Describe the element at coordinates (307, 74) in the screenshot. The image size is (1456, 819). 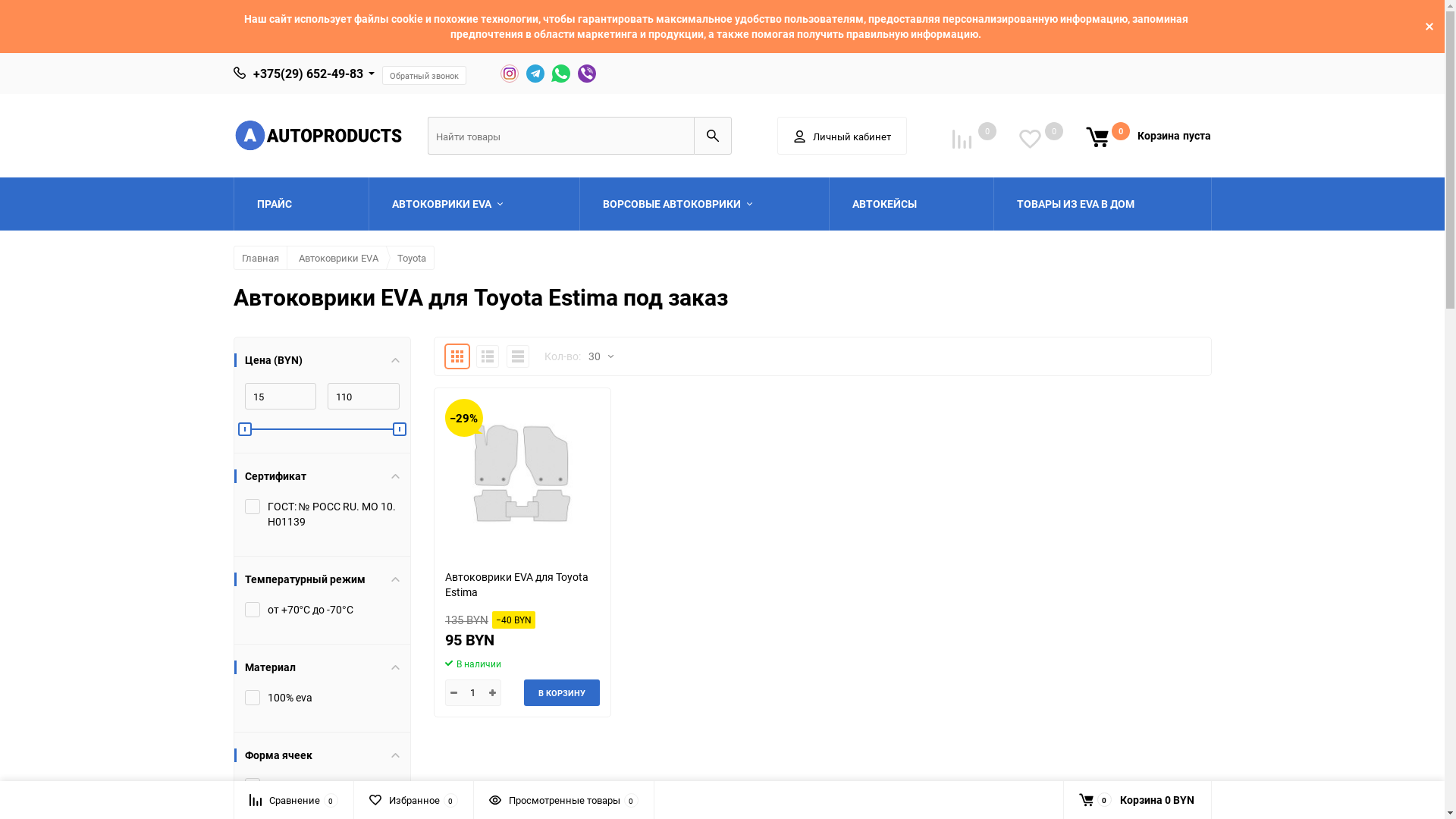
I see `'+375(29) 652-49-83'` at that location.